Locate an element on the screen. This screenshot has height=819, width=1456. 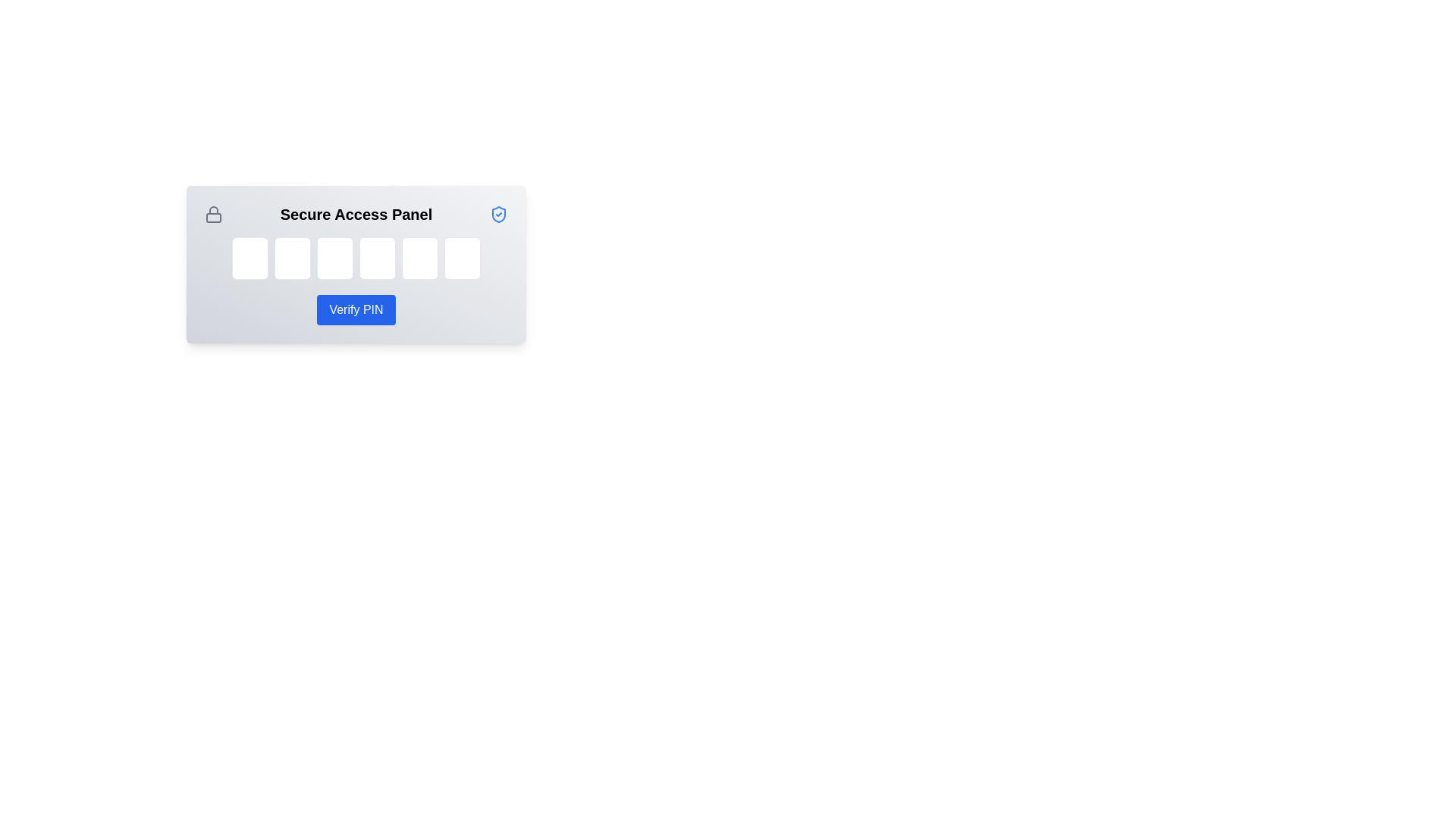
the 'Verify PIN' button located in the 'Secure Access Panel' is located at coordinates (356, 309).